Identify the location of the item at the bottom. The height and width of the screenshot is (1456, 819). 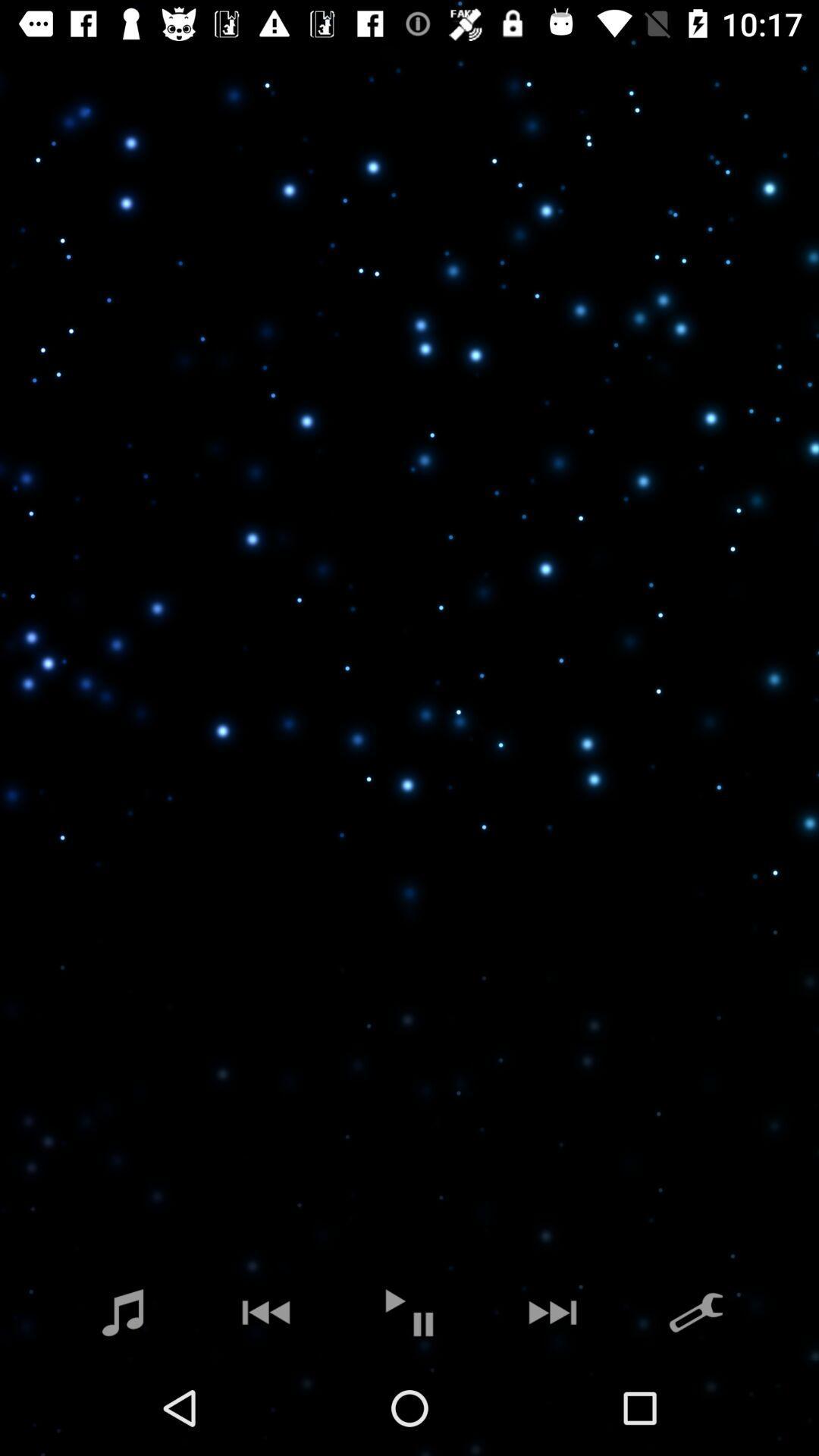
(409, 1312).